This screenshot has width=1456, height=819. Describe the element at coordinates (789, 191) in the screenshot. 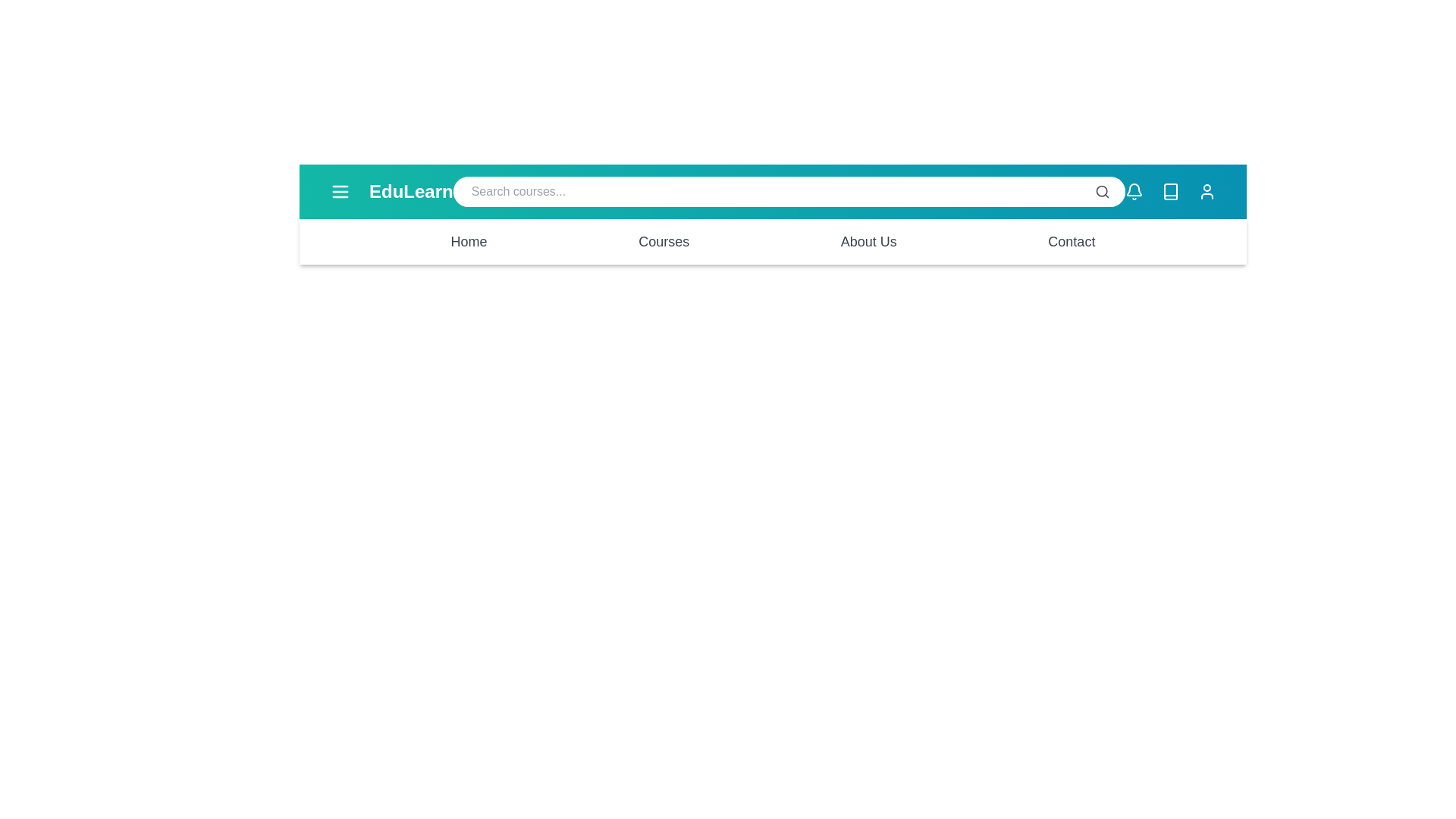

I see `the search input field to focus it` at that location.